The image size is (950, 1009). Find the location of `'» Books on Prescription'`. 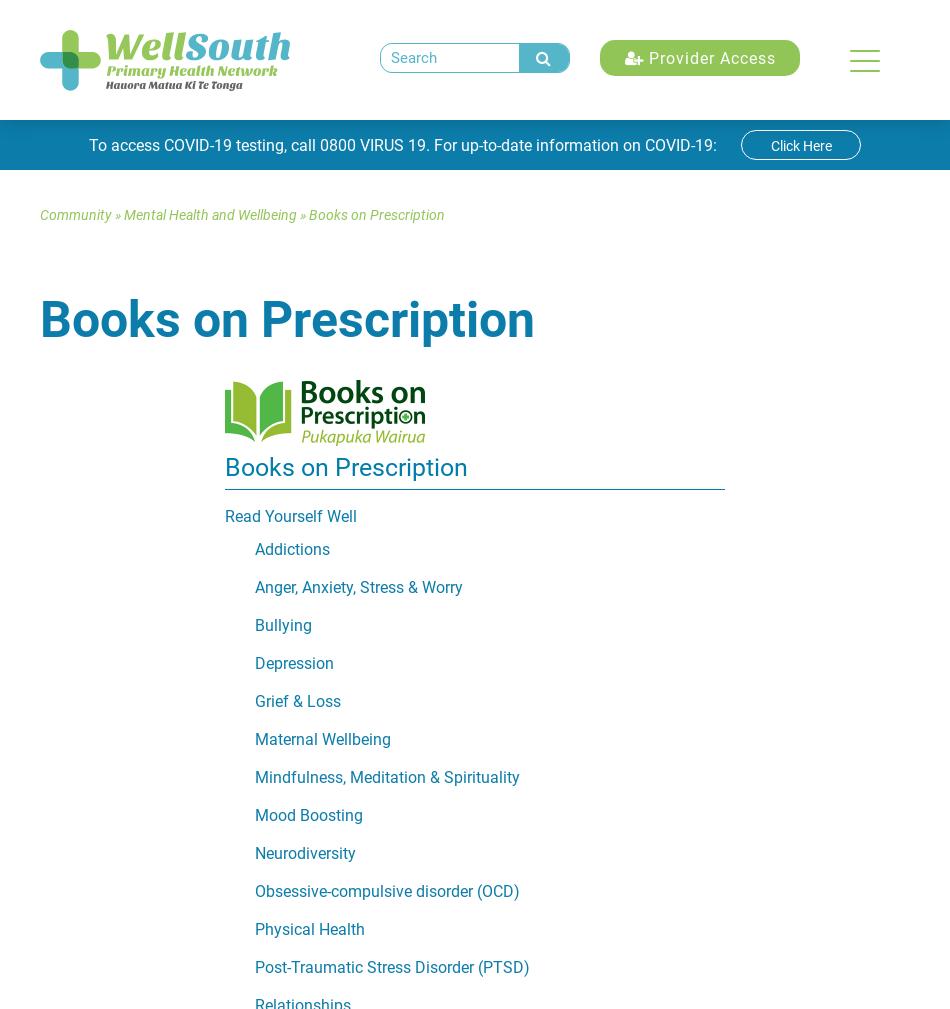

'» Books on Prescription' is located at coordinates (369, 214).